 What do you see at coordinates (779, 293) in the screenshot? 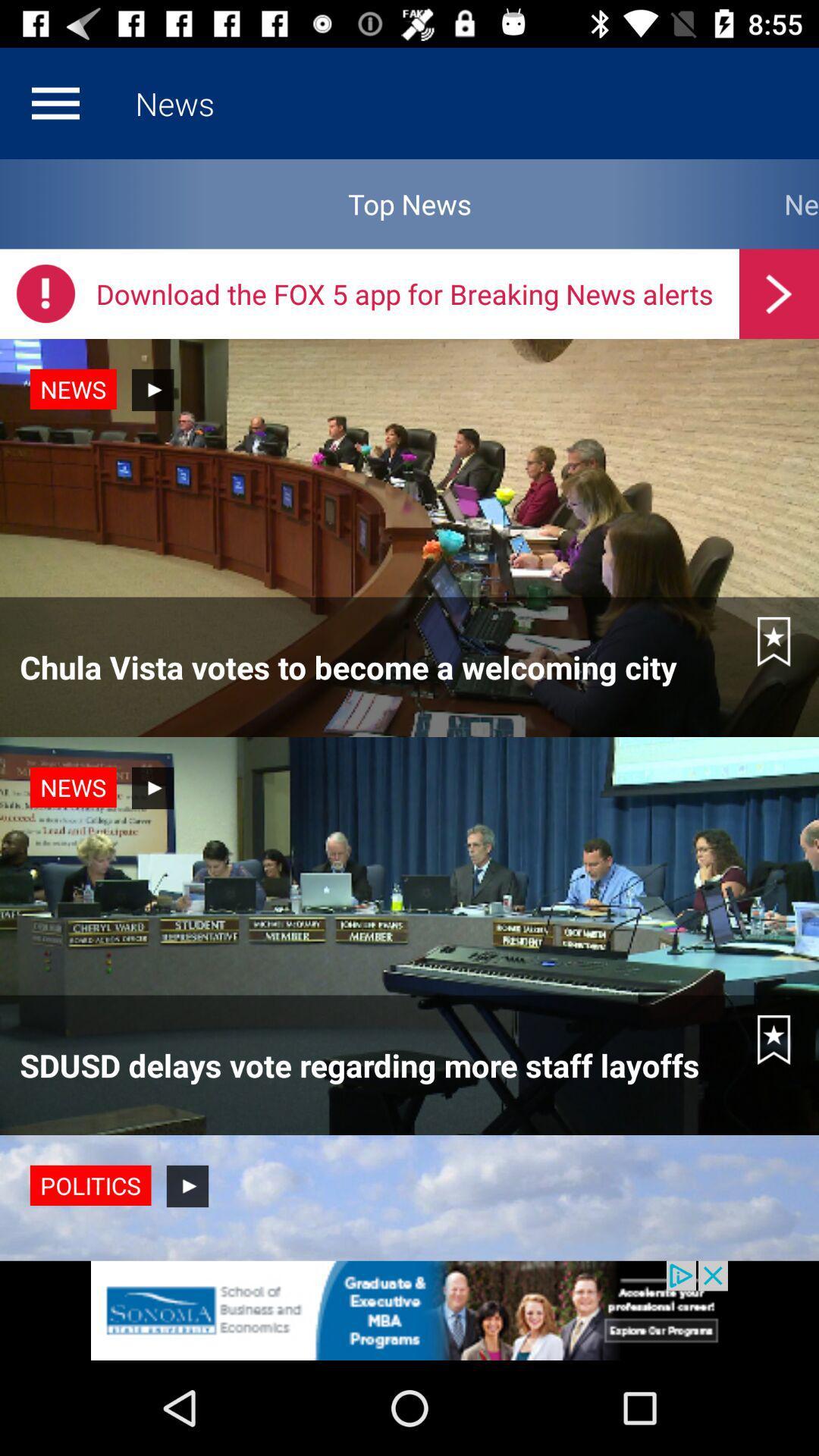
I see `the icon which is at the top right corner` at bounding box center [779, 293].